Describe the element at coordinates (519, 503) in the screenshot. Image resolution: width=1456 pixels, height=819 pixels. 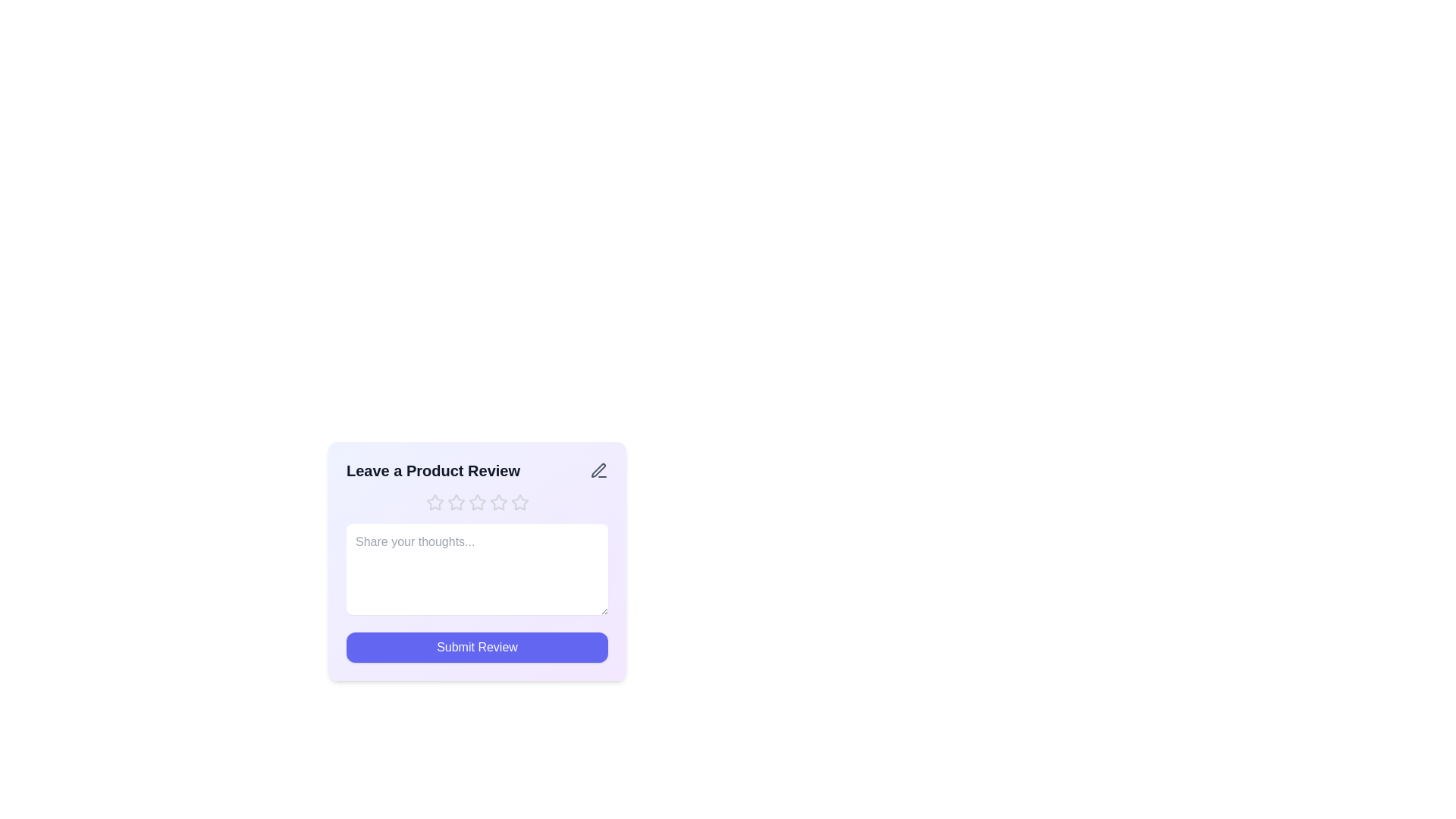
I see `the star corresponding to the rating 5 to set the rating` at that location.